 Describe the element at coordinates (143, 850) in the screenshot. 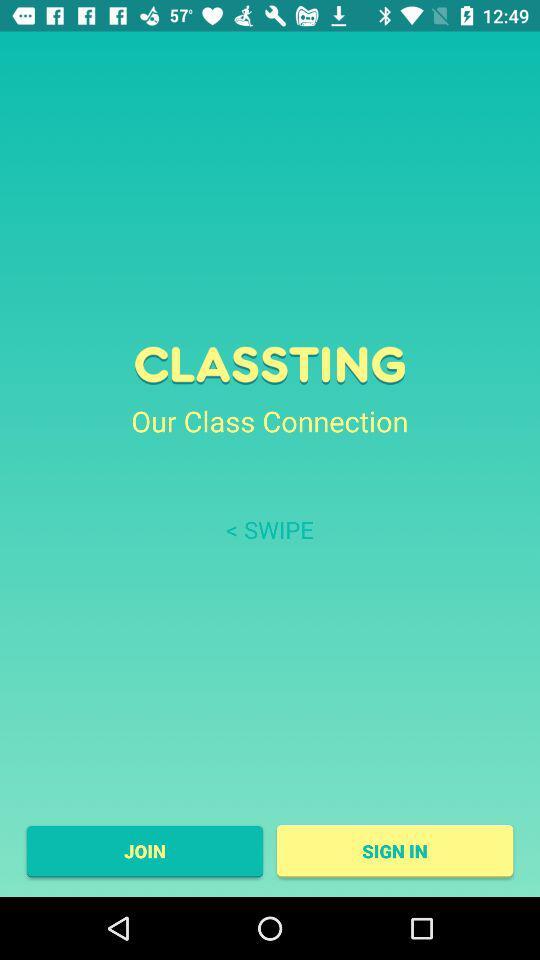

I see `item to the left of sign in icon` at that location.